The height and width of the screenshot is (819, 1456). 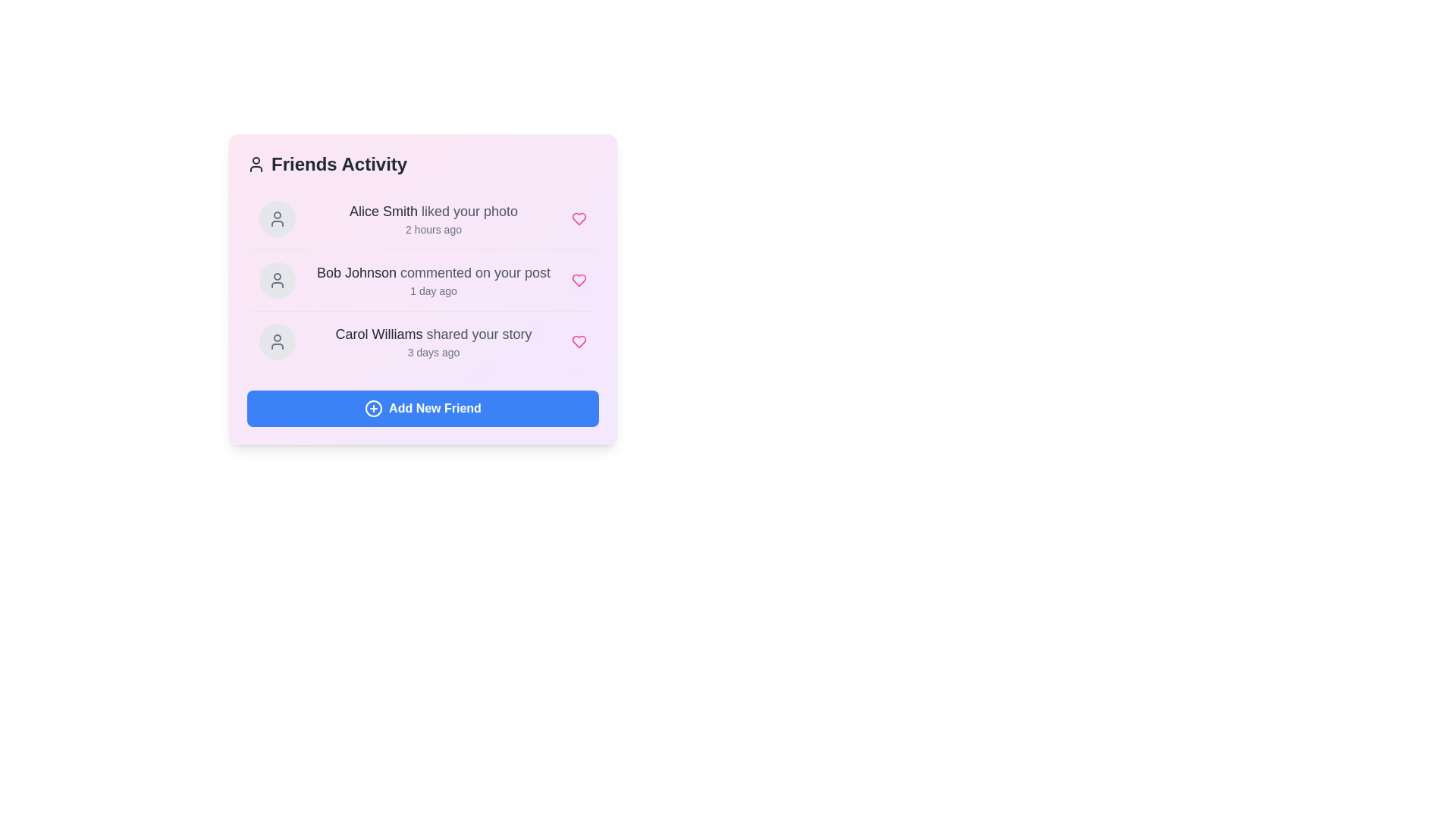 I want to click on the activity item corresponding to Alice Smith liked your photo, so click(x=422, y=219).